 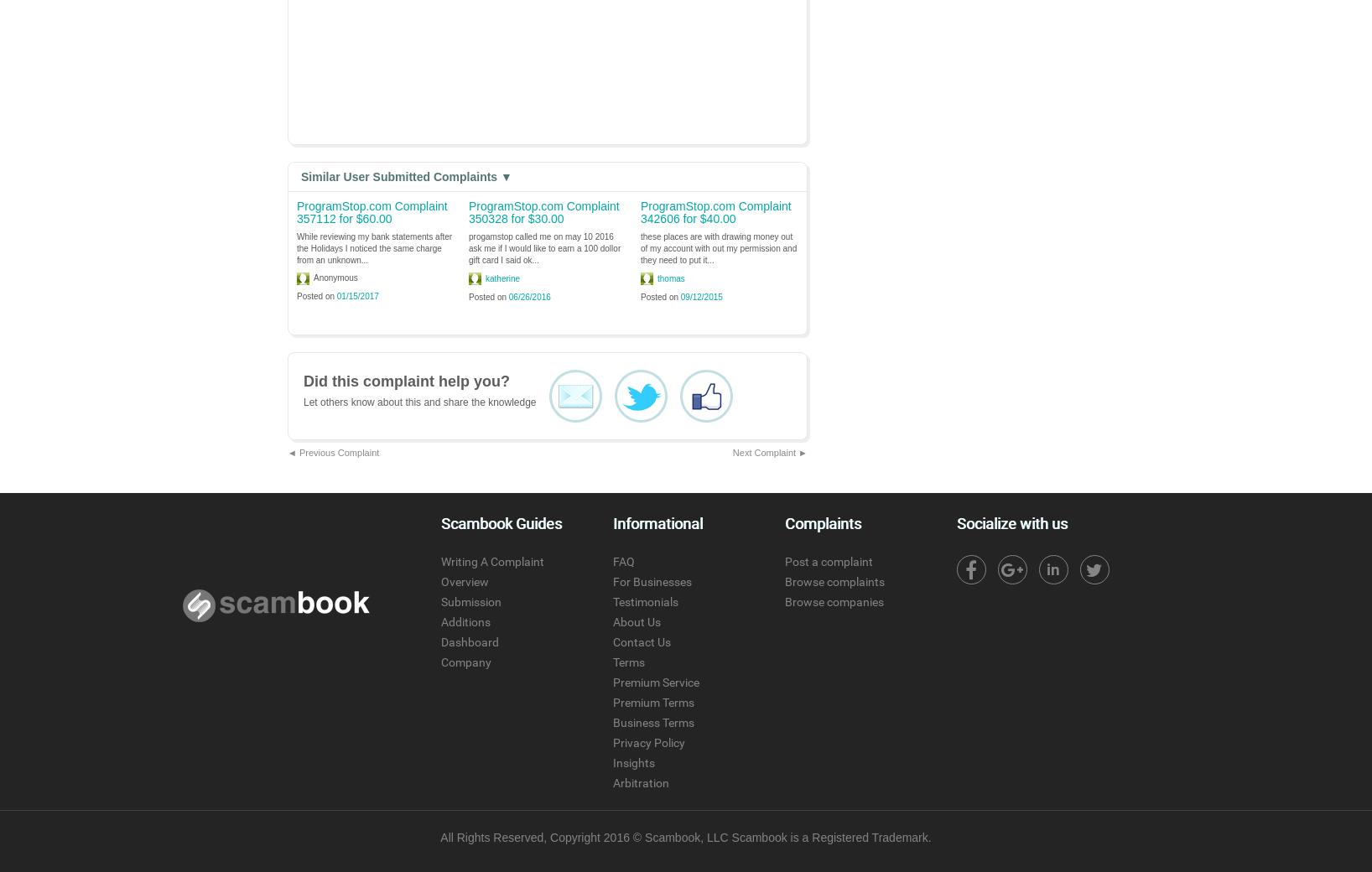 I want to click on 'Submission', so click(x=439, y=602).